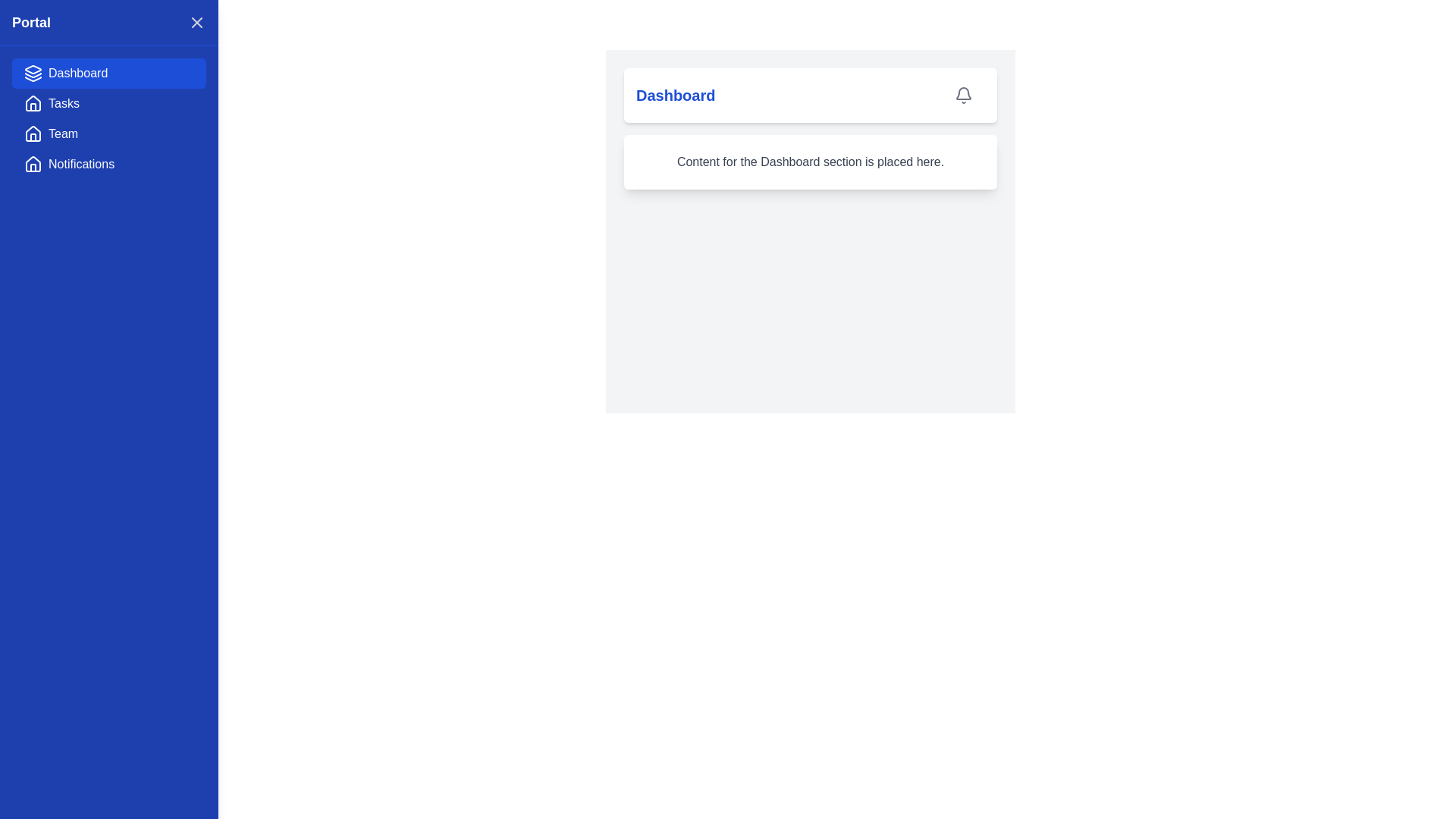 The width and height of the screenshot is (1456, 819). Describe the element at coordinates (33, 133) in the screenshot. I see `the house icon with a light blue outline located to the left of the 'Team' text in the navigation menu` at that location.